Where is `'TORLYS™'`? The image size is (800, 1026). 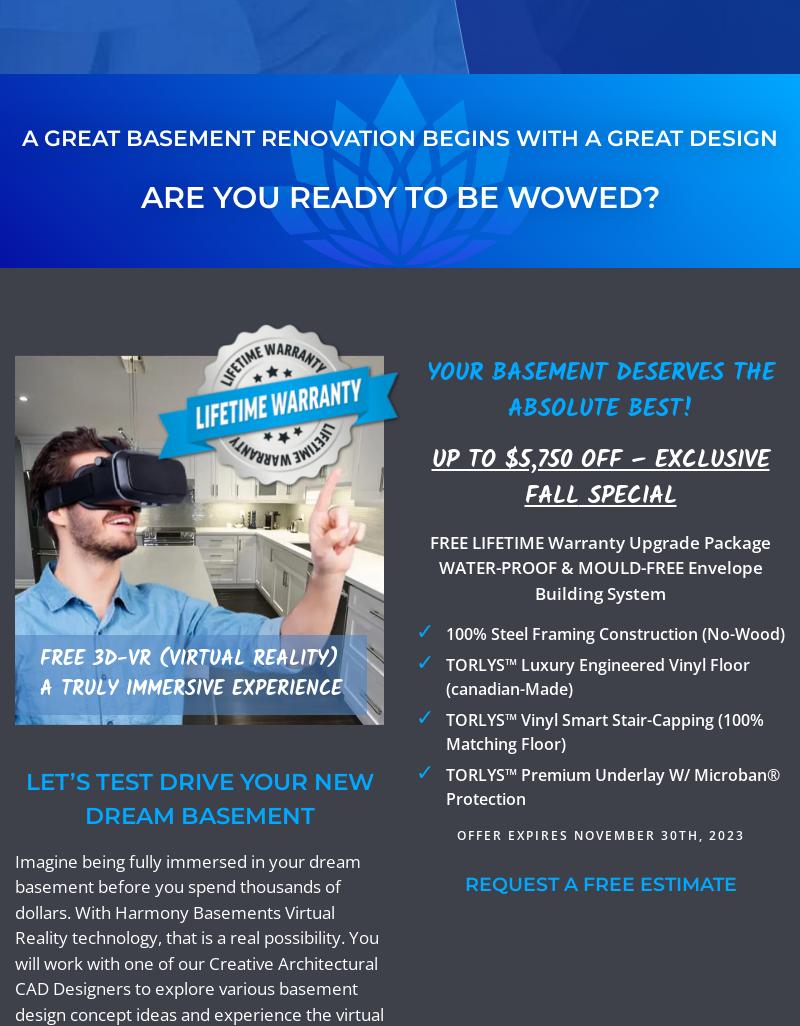
'TORLYS™' is located at coordinates (445, 720).